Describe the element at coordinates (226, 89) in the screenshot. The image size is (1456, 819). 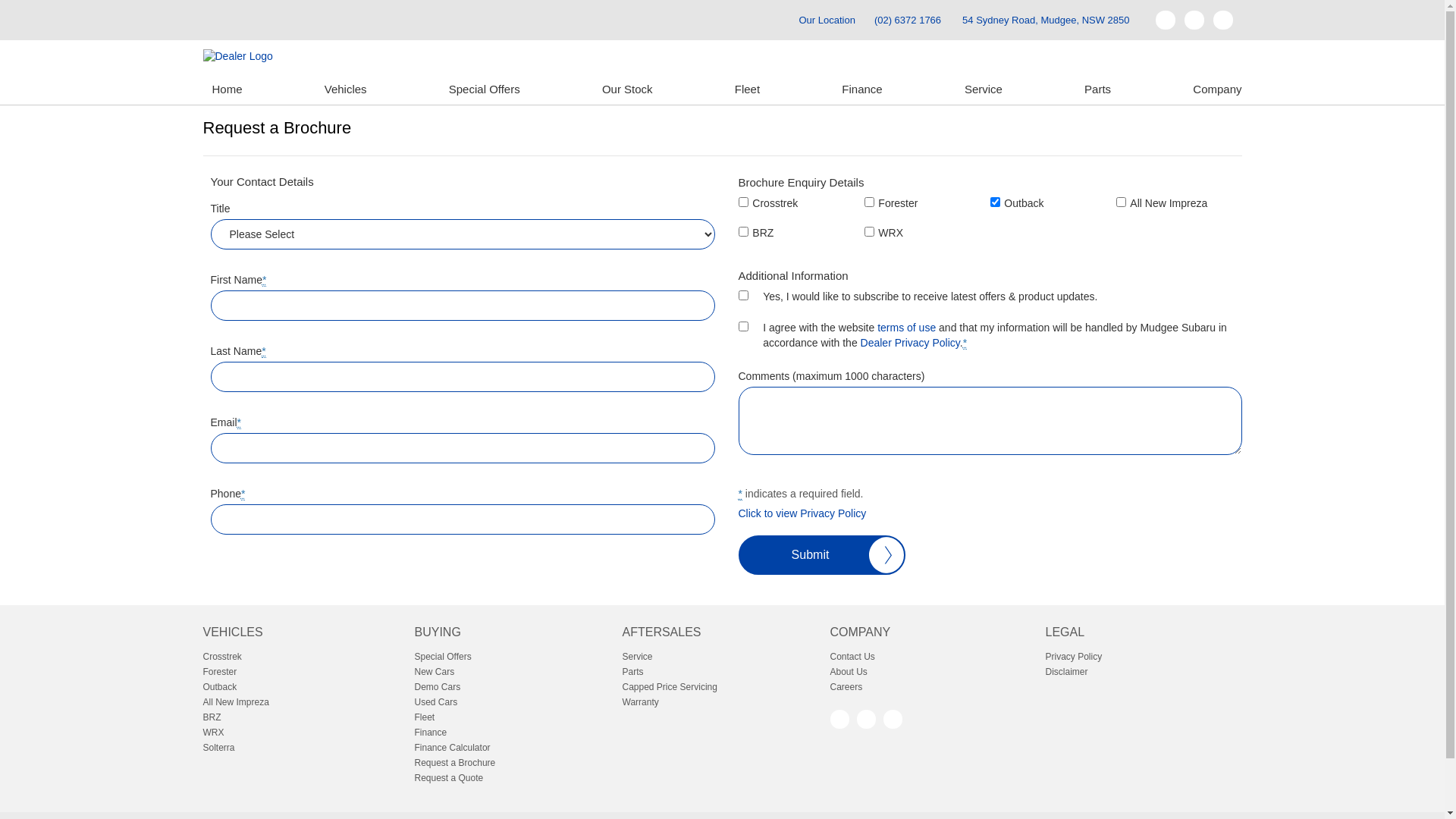
I see `'Home'` at that location.